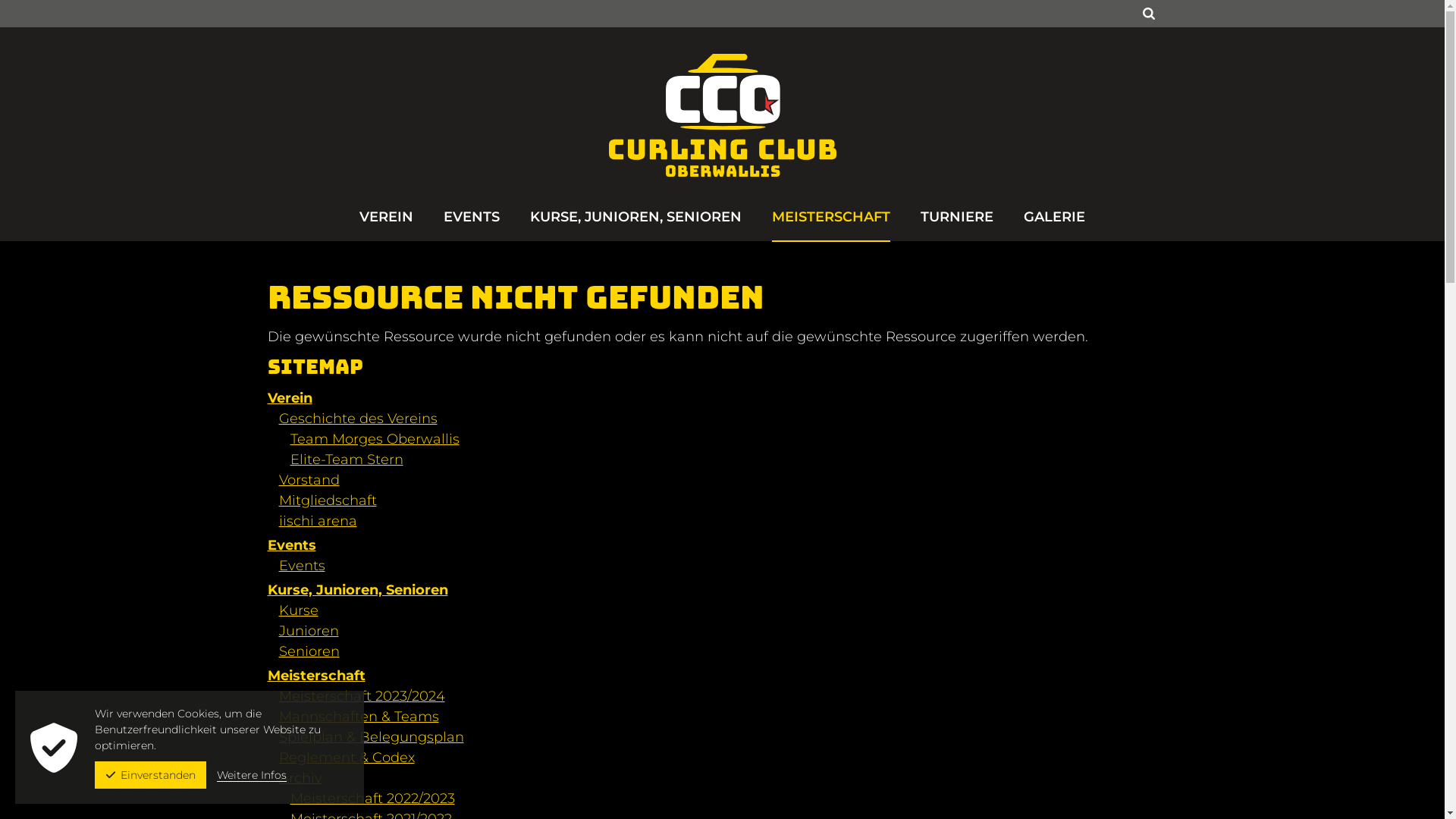 This screenshot has width=1456, height=819. I want to click on 'Kurse, Junioren, Senioren', so click(356, 589).